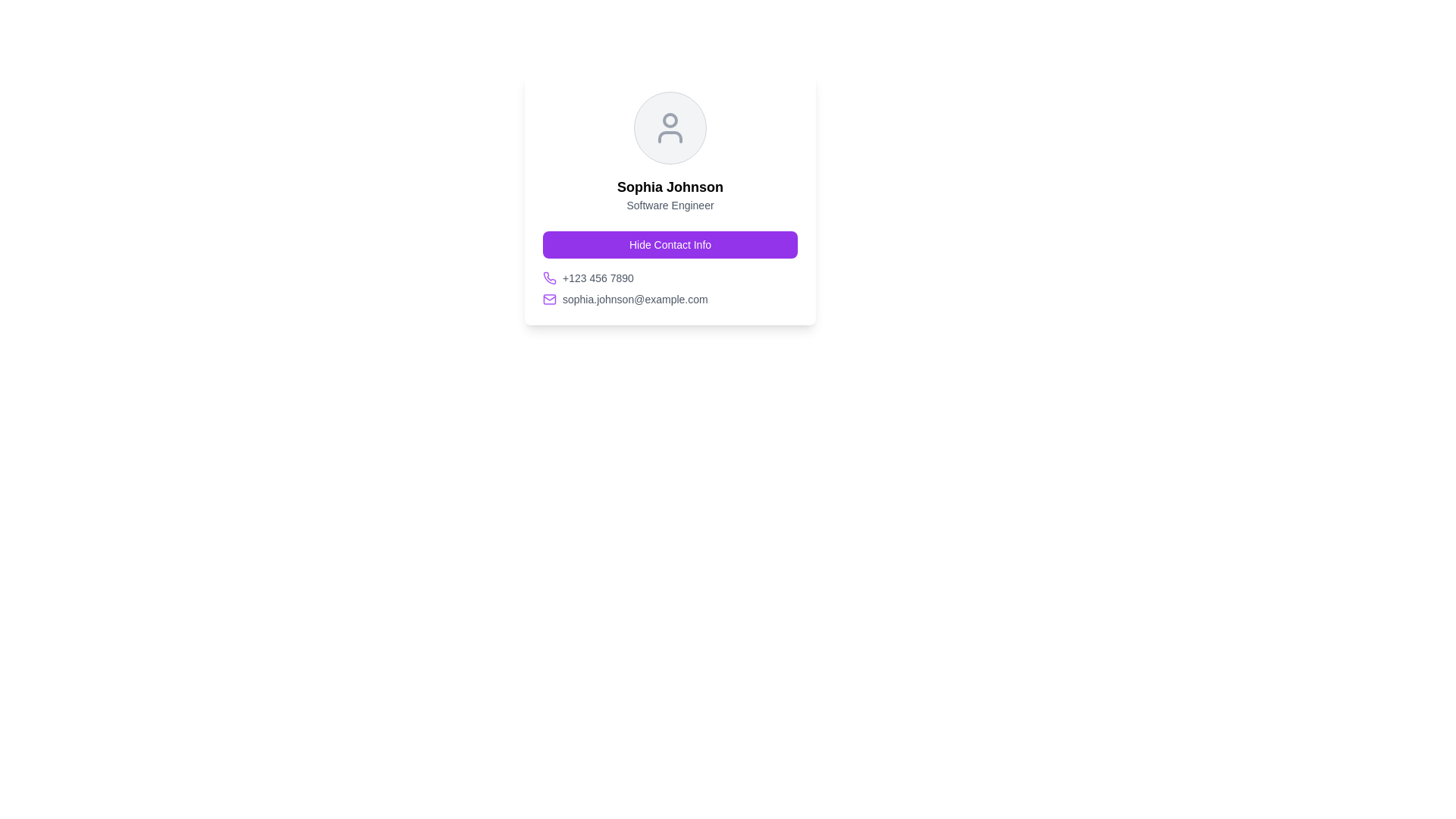  What do you see at coordinates (548, 278) in the screenshot?
I see `the phone icon located to the left of the contact number '+123 456 7890' in the contact details section` at bounding box center [548, 278].